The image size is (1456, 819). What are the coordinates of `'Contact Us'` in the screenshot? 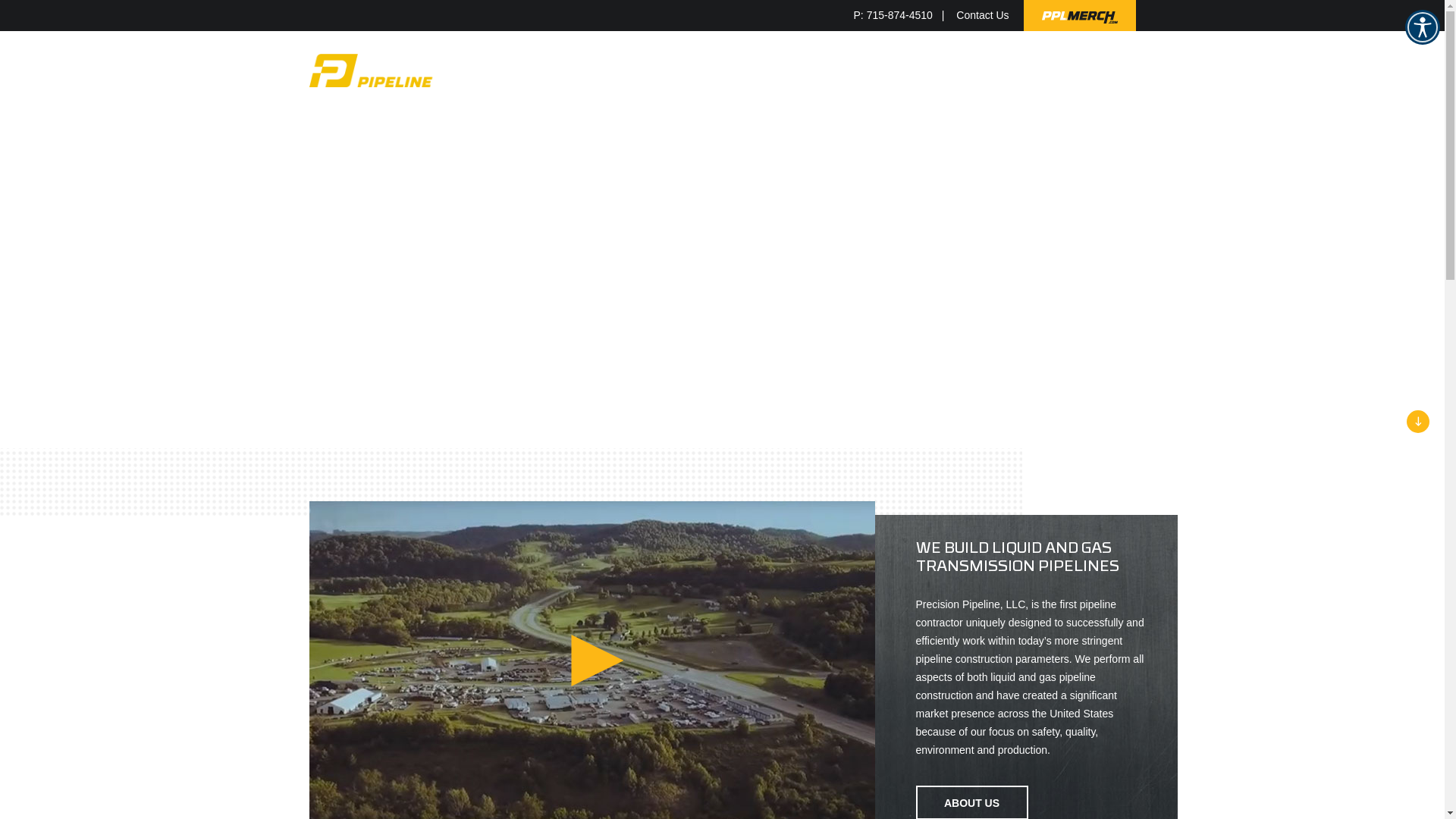 It's located at (955, 15).